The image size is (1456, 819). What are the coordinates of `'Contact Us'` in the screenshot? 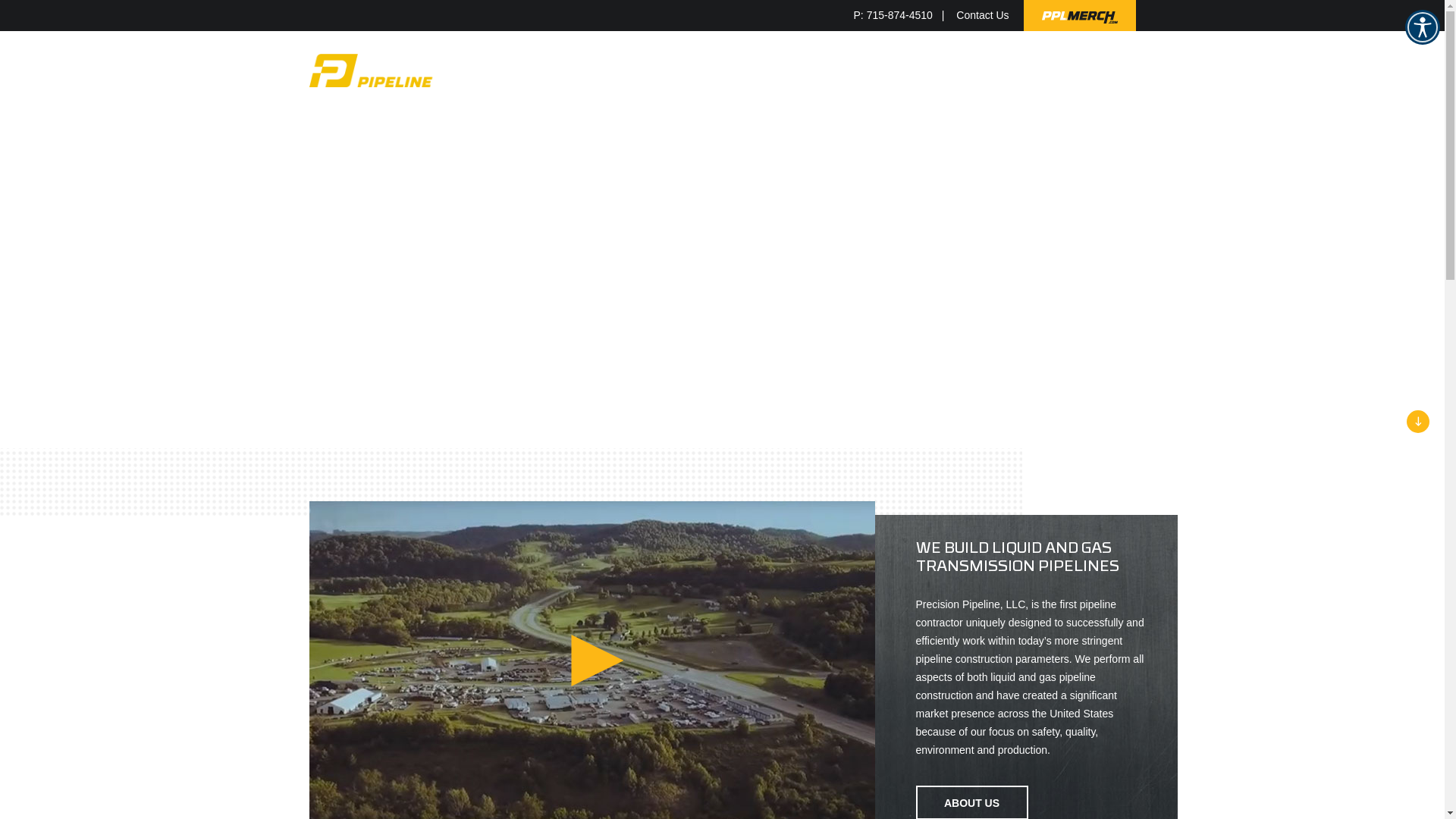 It's located at (955, 15).